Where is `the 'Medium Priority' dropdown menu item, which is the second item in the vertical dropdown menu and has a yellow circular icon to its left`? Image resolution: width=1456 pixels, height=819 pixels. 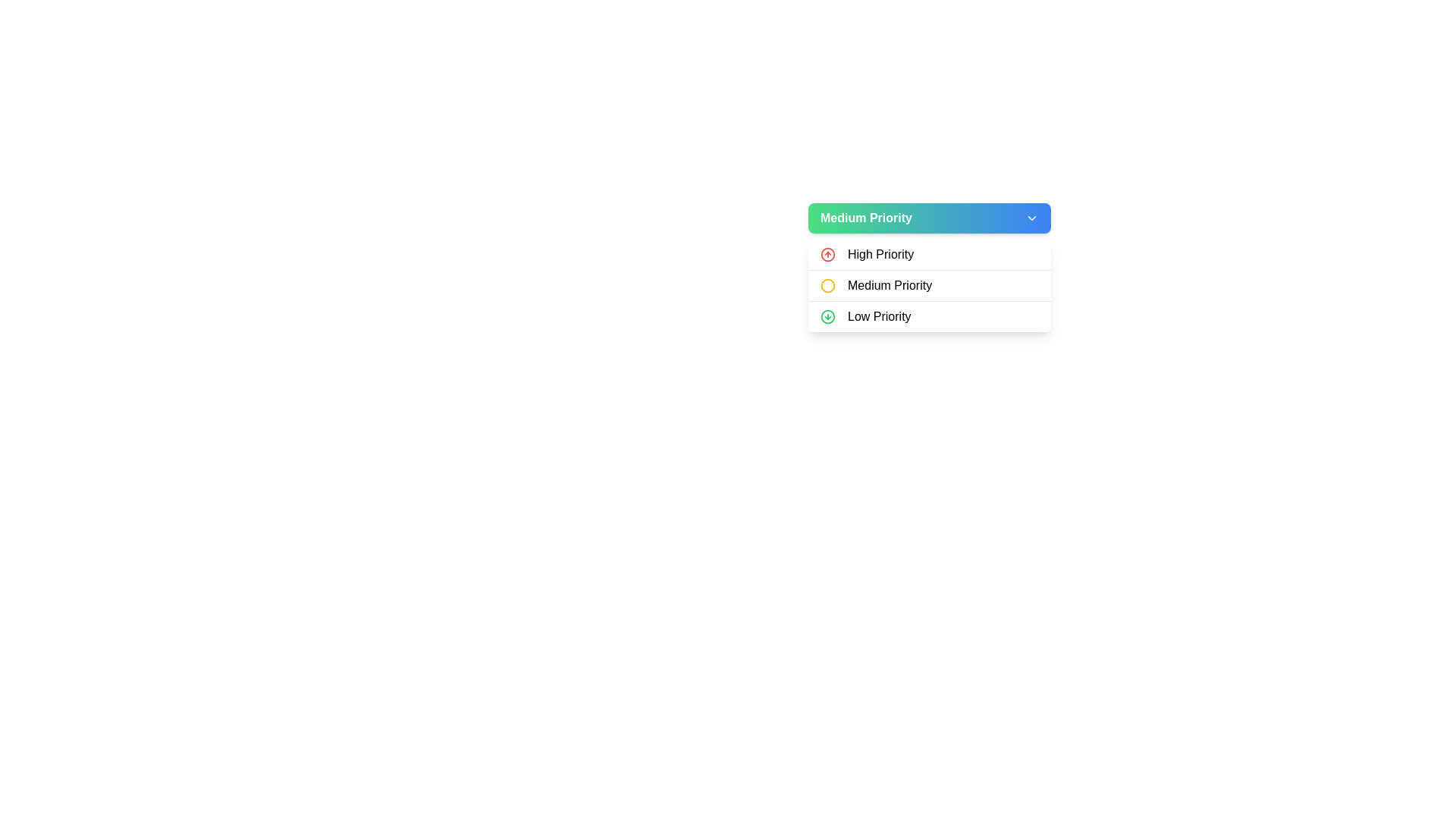
the 'Medium Priority' dropdown menu item, which is the second item in the vertical dropdown menu and has a yellow circular icon to its left is located at coordinates (928, 285).